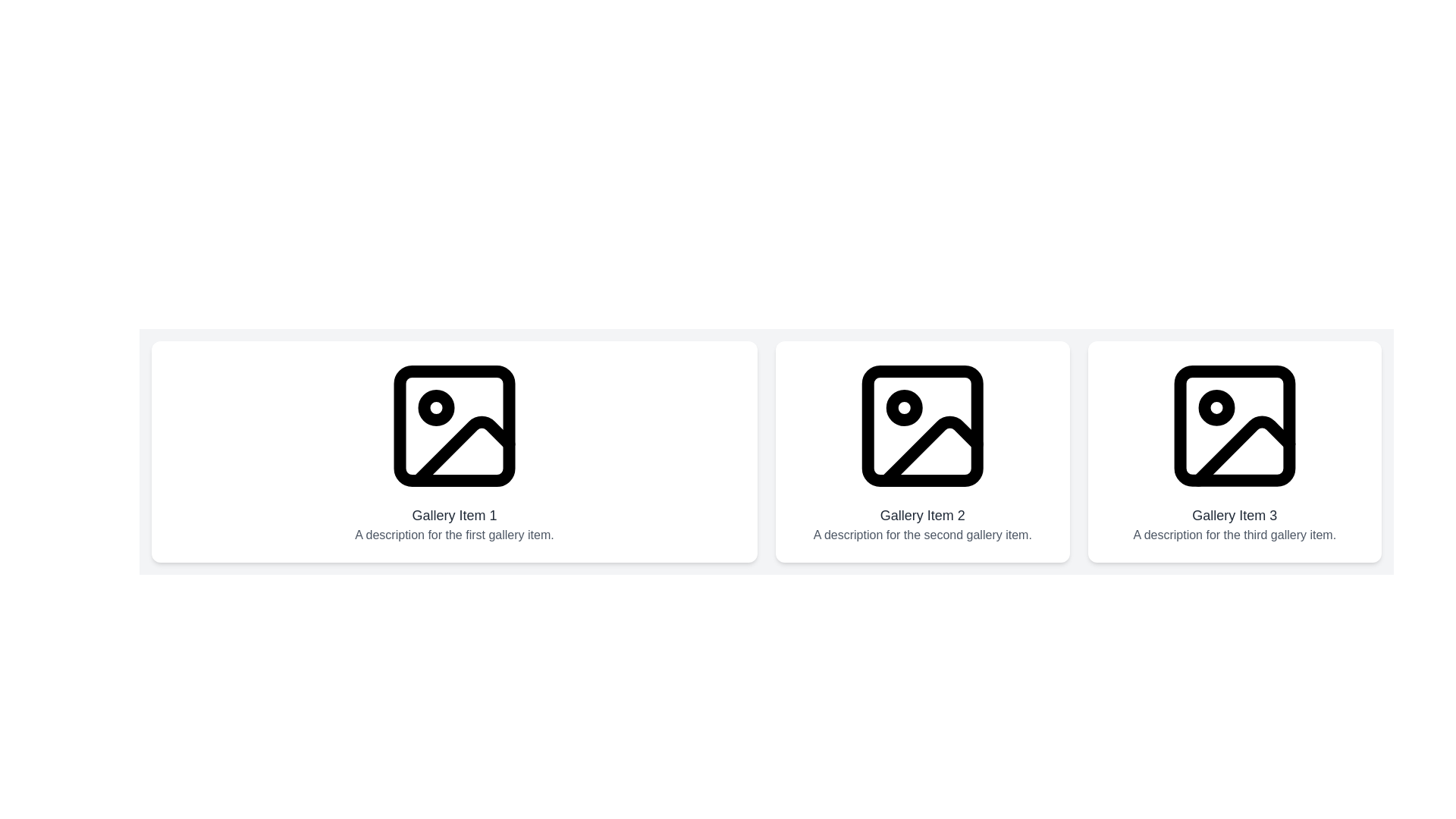 The image size is (1456, 819). I want to click on the graphical indicator or decorative dot located inside the image placeholder of the second gallery item, aligned near the top-left corner of the gallery image frame, so click(904, 406).